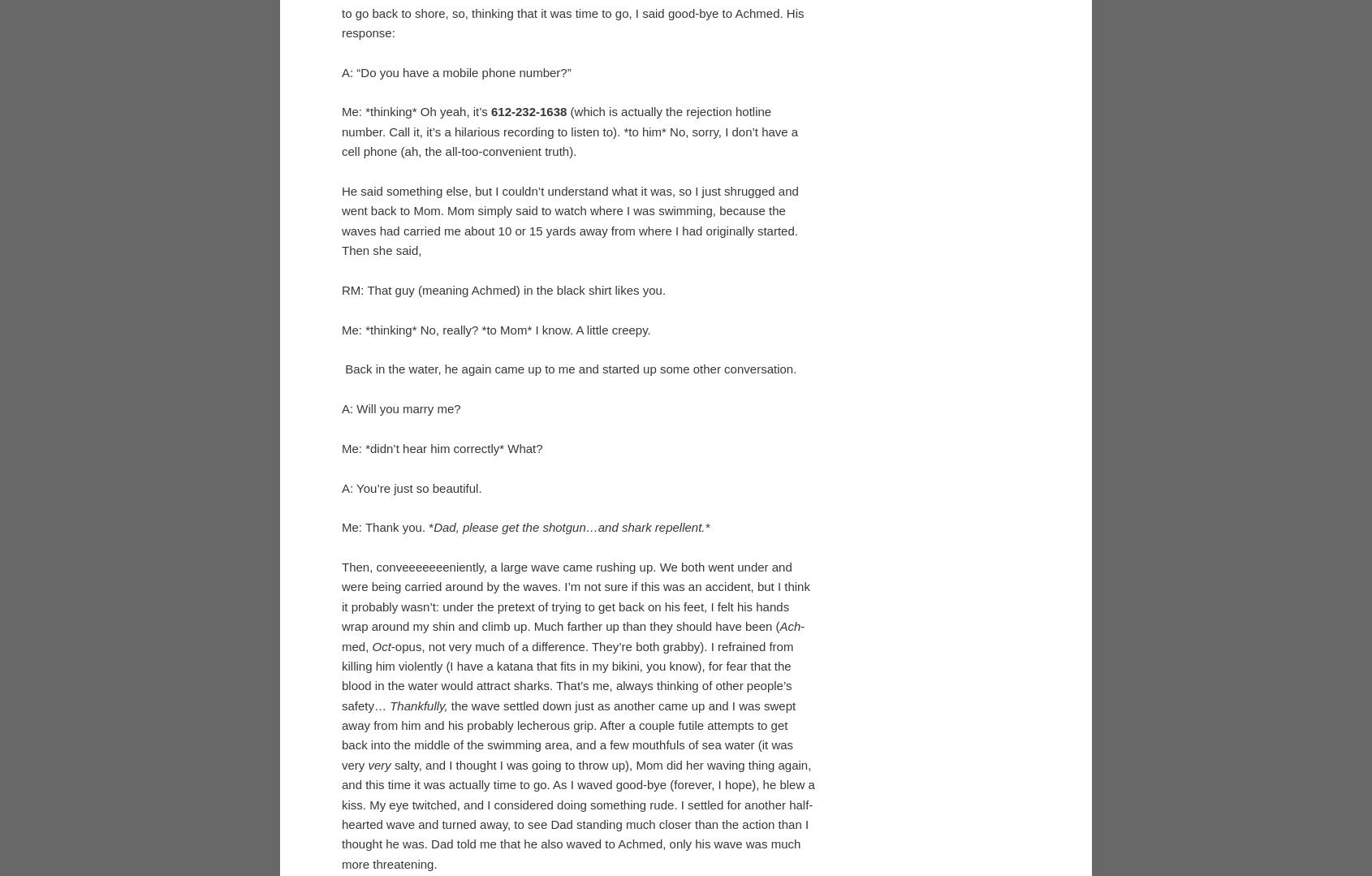 The width and height of the screenshot is (1372, 876). Describe the element at coordinates (559, 169) in the screenshot. I see `'Then he said, “You look very beautiful.” Then my thought process changed to,'` at that location.